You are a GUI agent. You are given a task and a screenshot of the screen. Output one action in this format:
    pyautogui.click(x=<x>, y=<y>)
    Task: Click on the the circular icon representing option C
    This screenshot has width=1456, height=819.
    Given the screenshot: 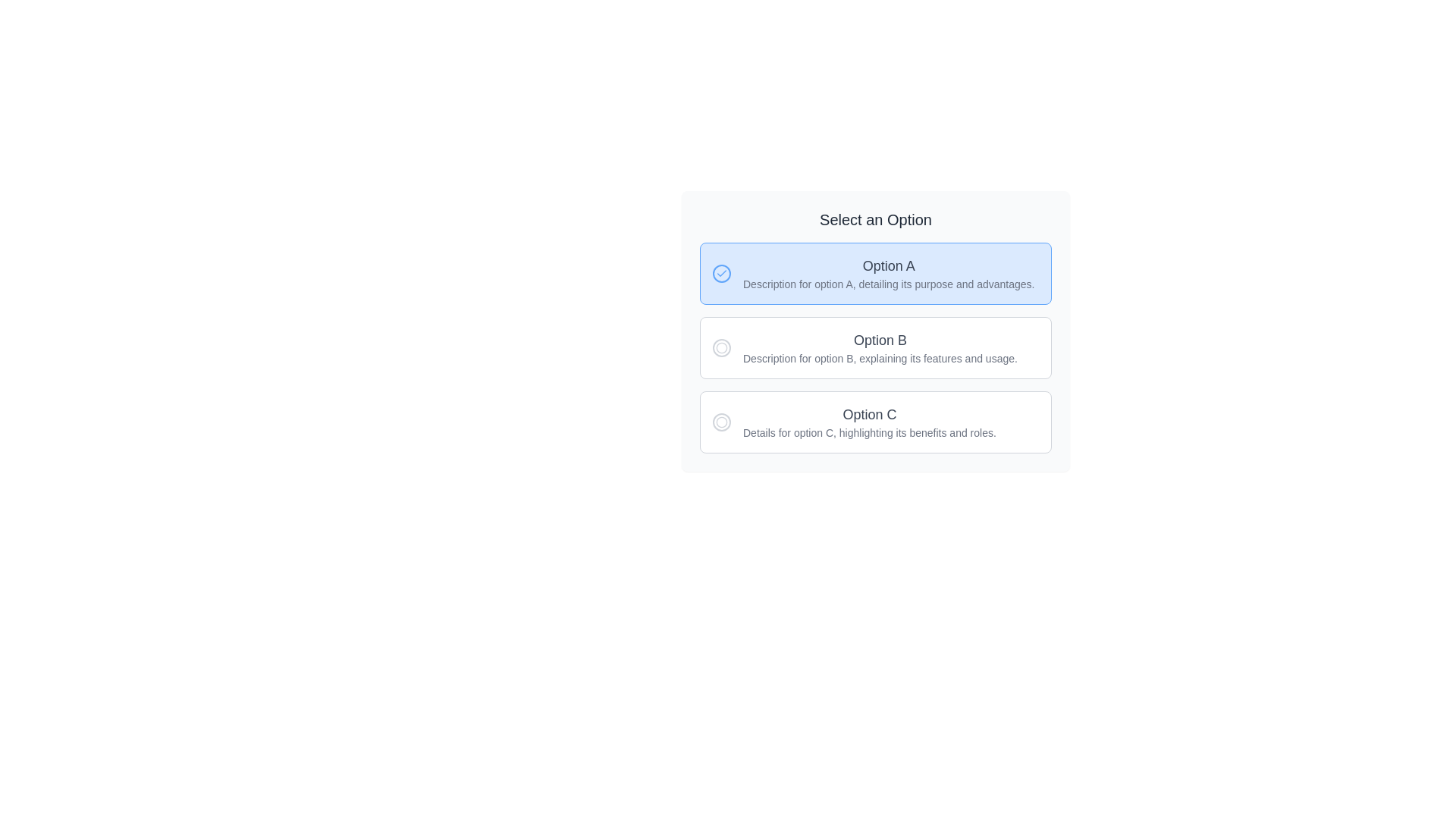 What is the action you would take?
    pyautogui.click(x=720, y=422)
    